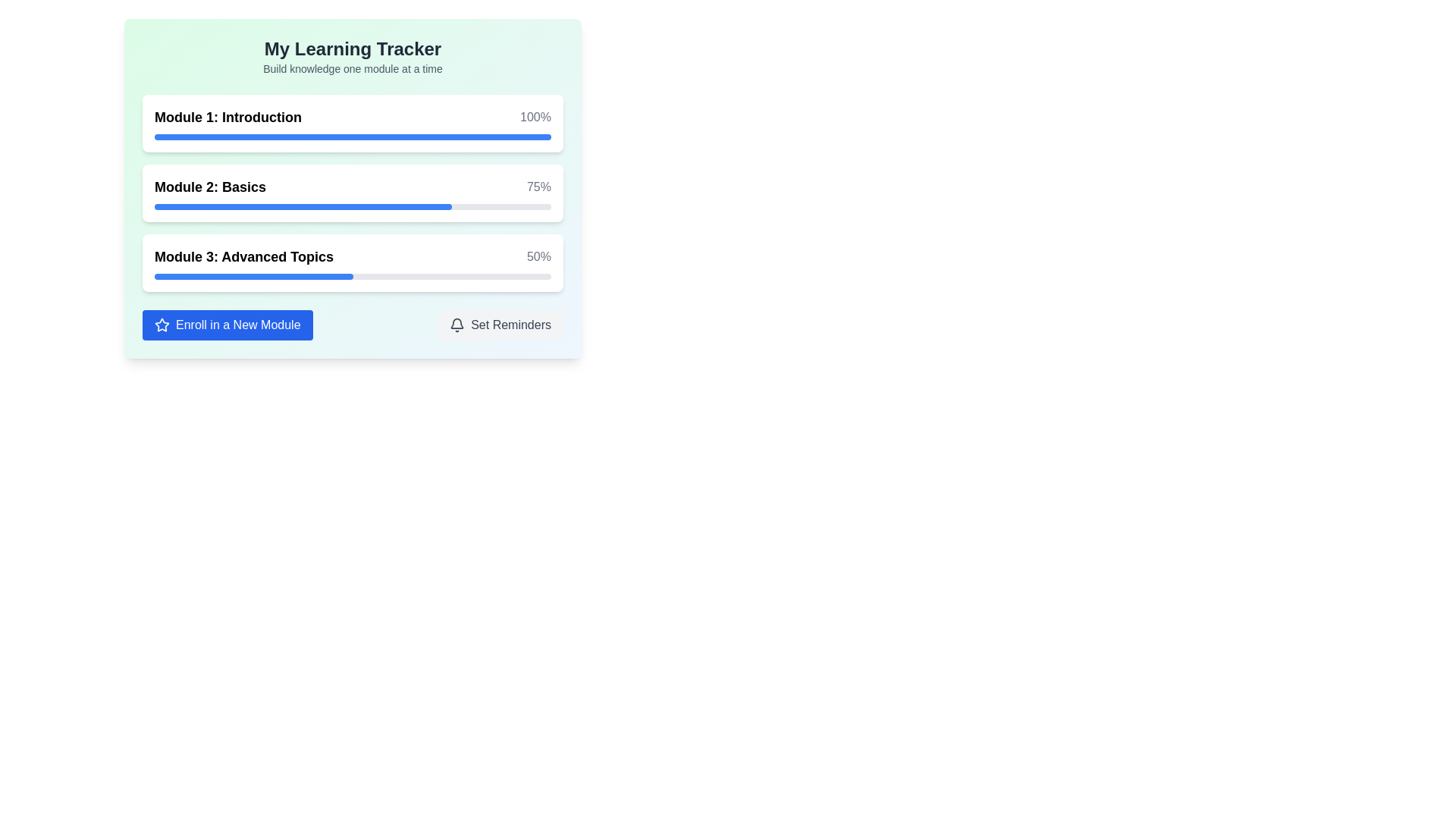 The image size is (1456, 819). Describe the element at coordinates (352, 137) in the screenshot. I see `the thin rectangular gray progress bar located below the 'Module 1: Introduction' label` at that location.